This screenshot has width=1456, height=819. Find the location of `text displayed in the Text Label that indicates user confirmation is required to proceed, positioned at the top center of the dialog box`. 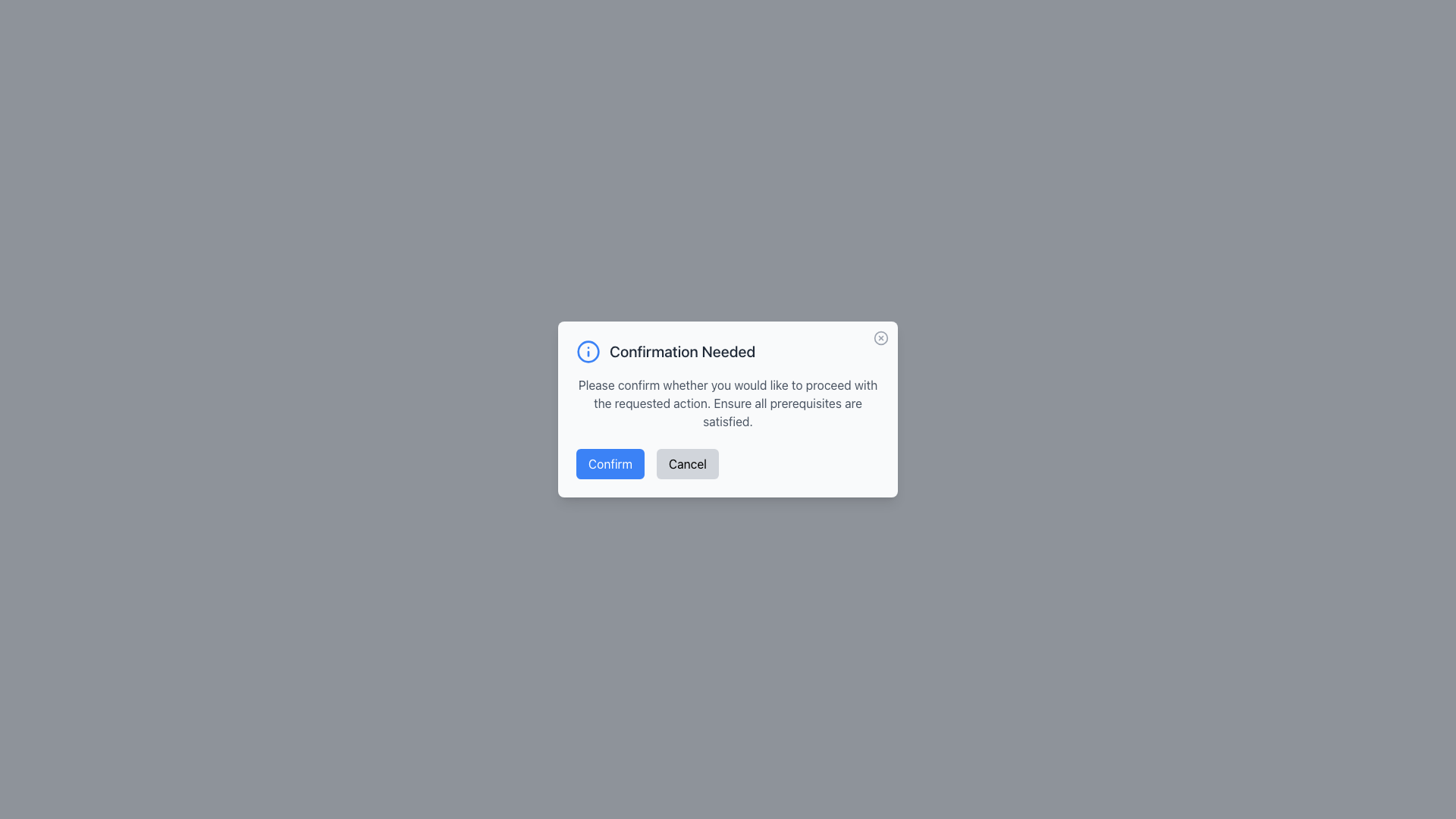

text displayed in the Text Label that indicates user confirmation is required to proceed, positioned at the top center of the dialog box is located at coordinates (682, 351).